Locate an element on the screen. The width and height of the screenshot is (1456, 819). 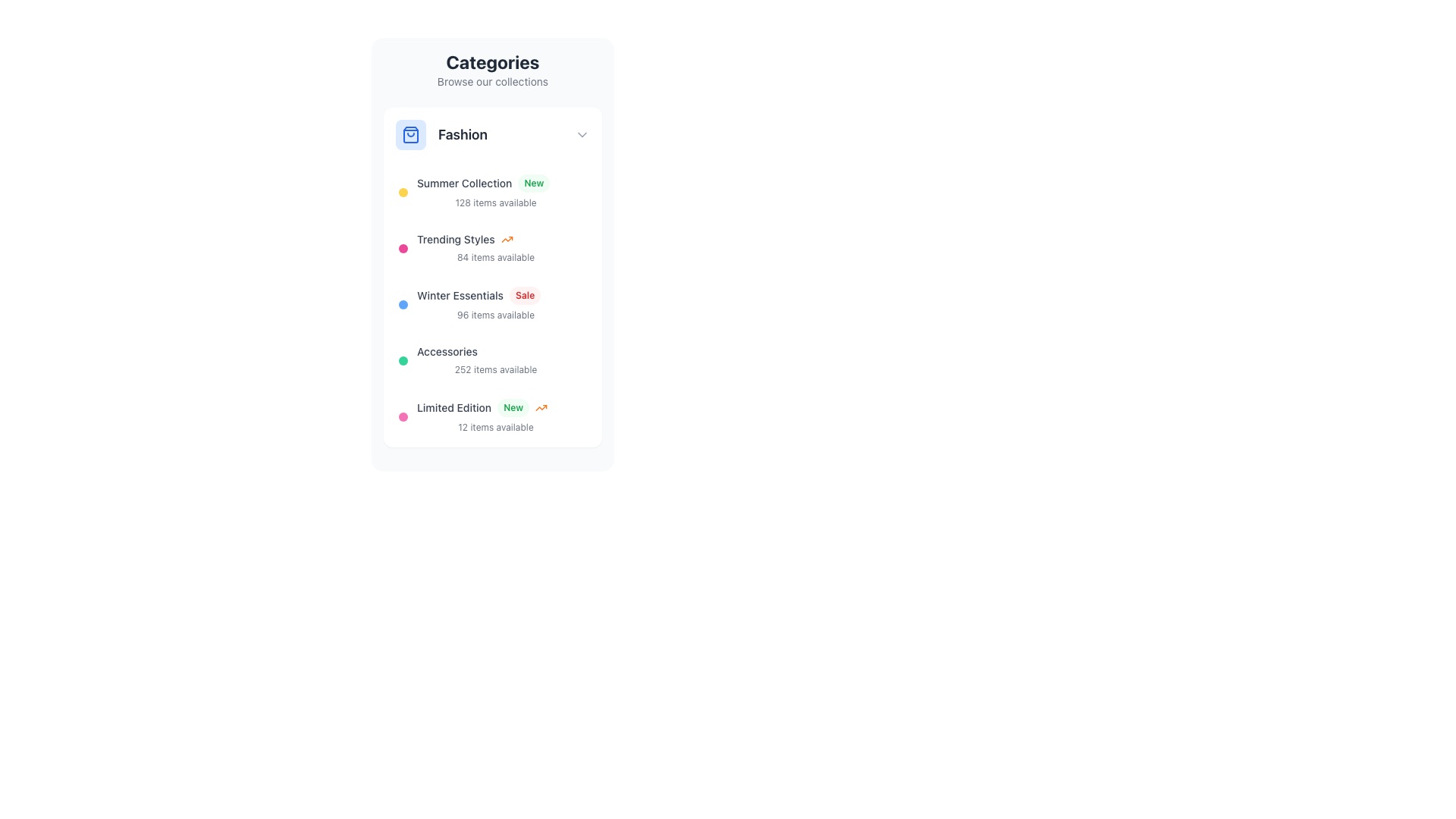
the 'Trending Styles' text label, which is the second item in the Fashion category list, displaying gray text that turns blue on hover is located at coordinates (455, 239).